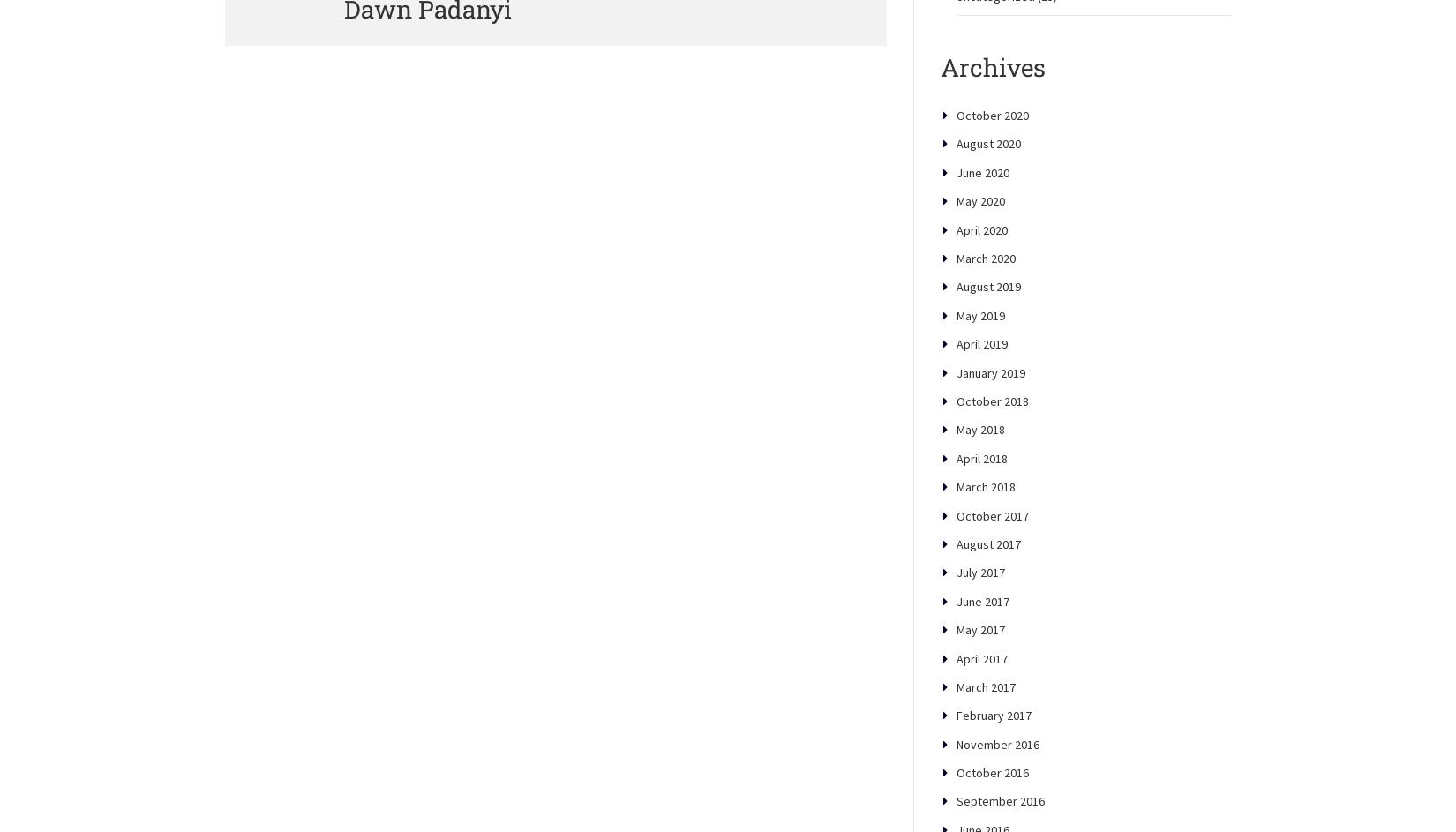  What do you see at coordinates (988, 346) in the screenshot?
I see `'August 2019'` at bounding box center [988, 346].